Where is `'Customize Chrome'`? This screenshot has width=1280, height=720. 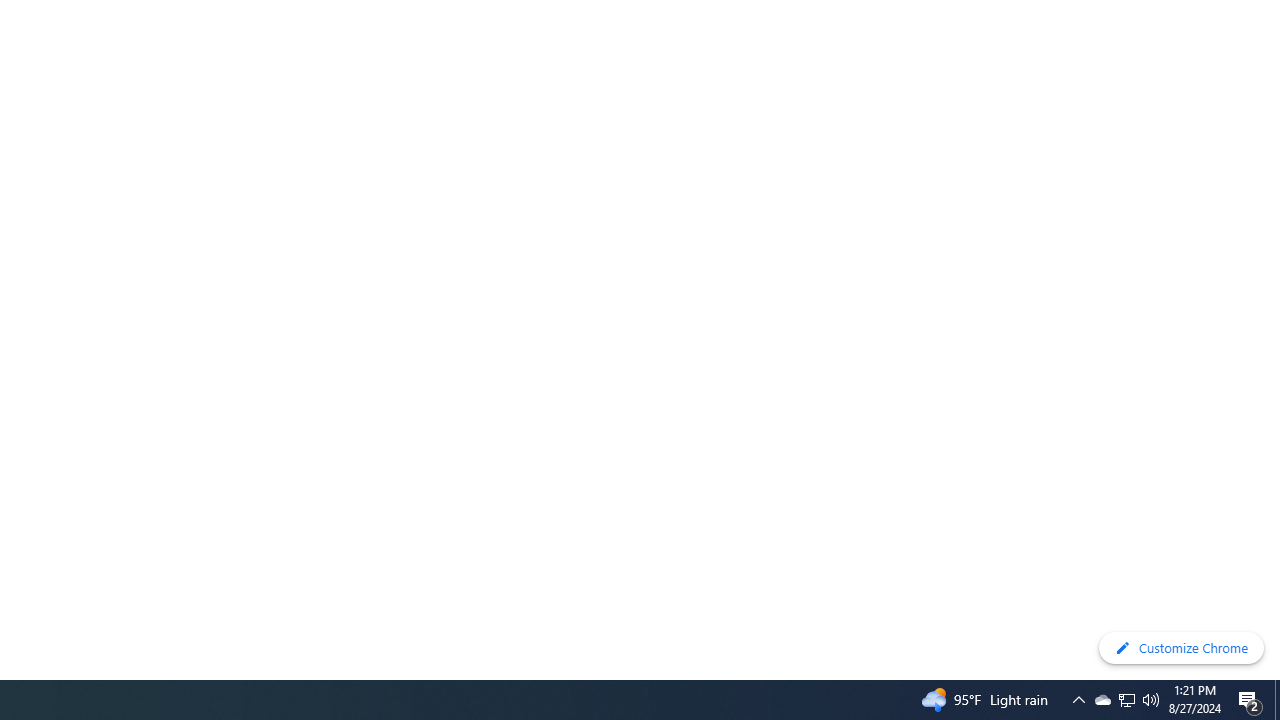
'Customize Chrome' is located at coordinates (1181, 648).